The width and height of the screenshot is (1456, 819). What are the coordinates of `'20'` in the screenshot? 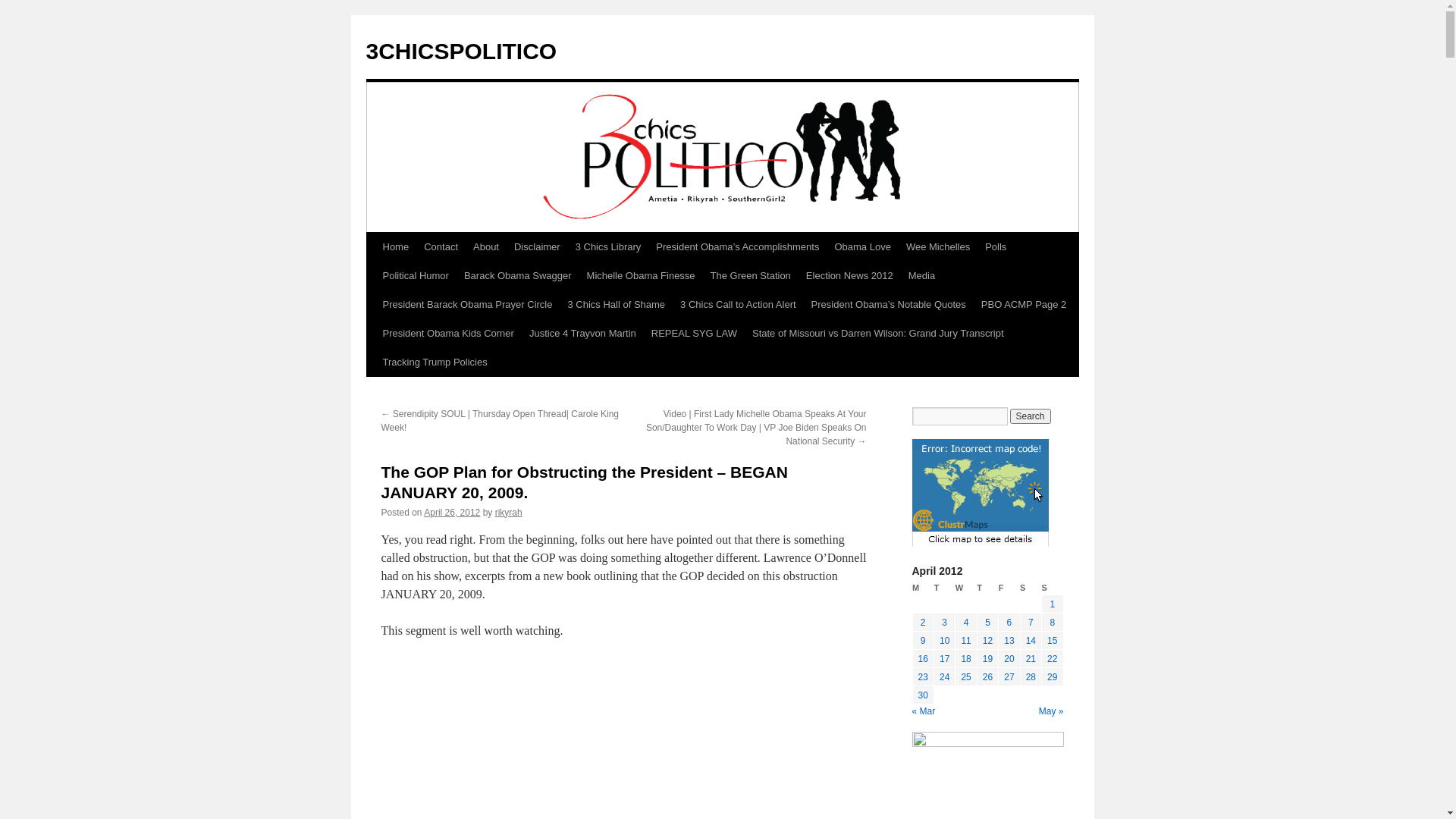 It's located at (1009, 657).